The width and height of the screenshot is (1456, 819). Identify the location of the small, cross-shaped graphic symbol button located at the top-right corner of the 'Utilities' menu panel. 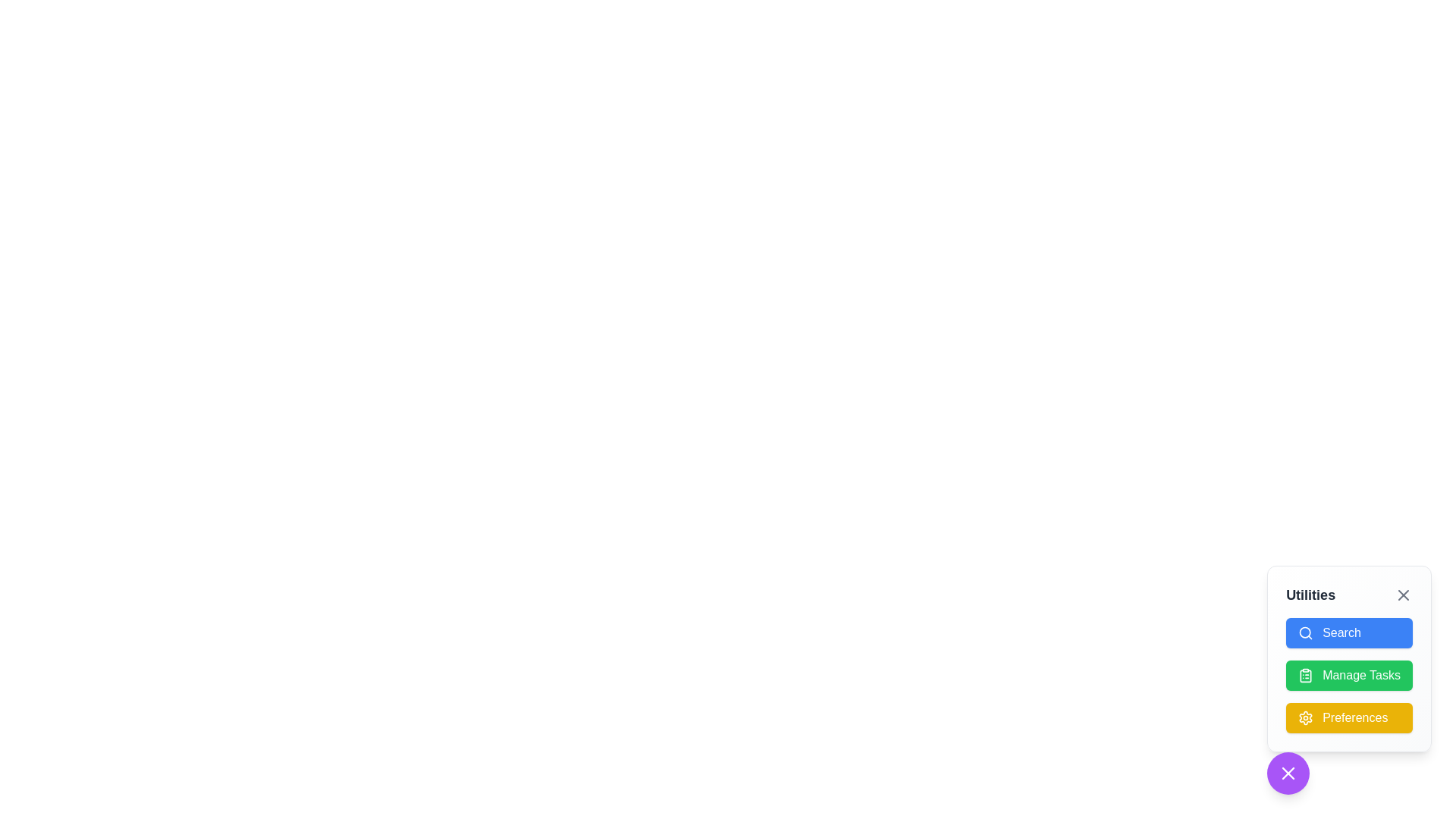
(1403, 595).